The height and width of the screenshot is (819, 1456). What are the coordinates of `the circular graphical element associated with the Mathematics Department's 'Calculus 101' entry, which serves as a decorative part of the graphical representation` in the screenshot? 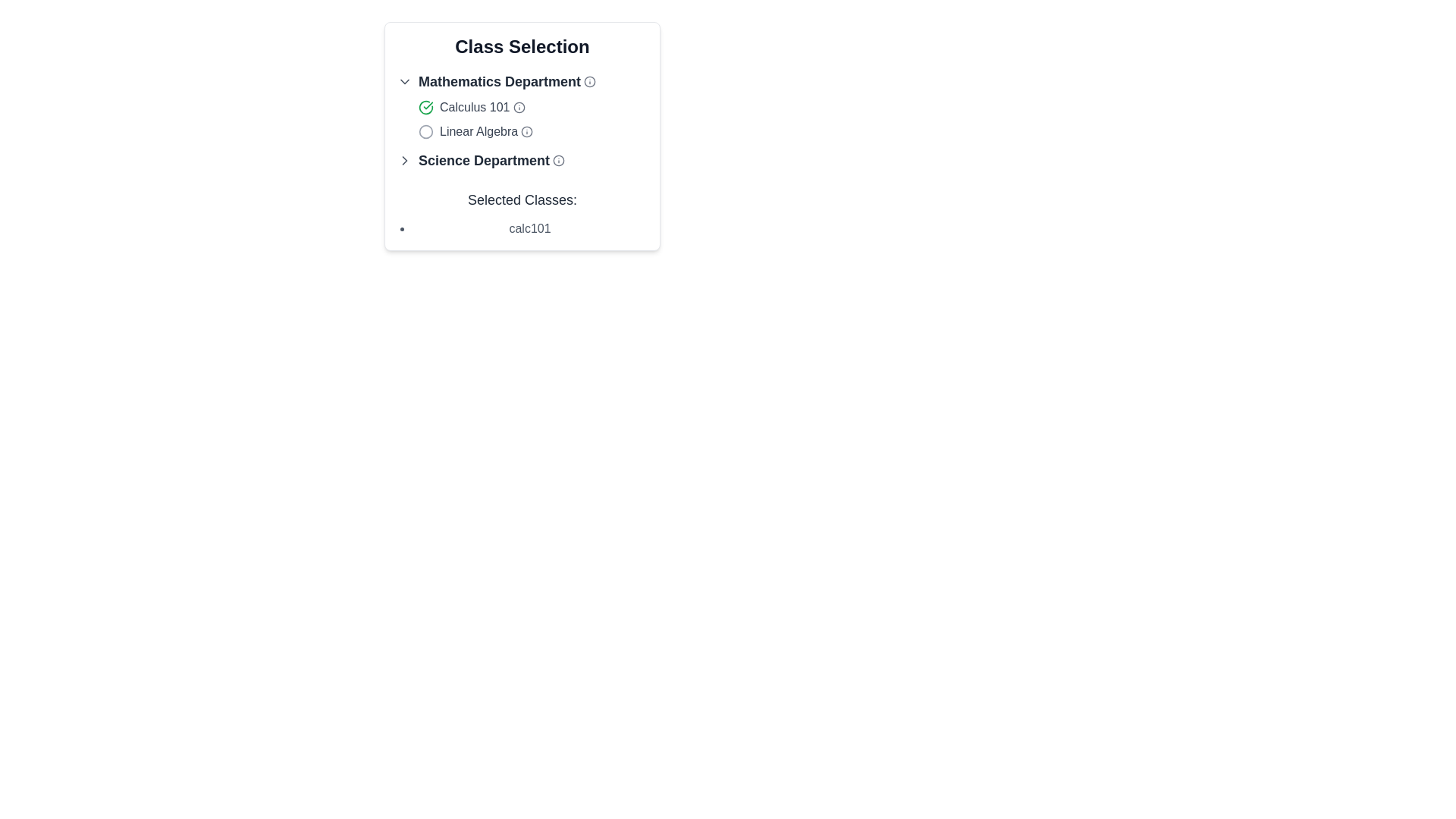 It's located at (519, 107).